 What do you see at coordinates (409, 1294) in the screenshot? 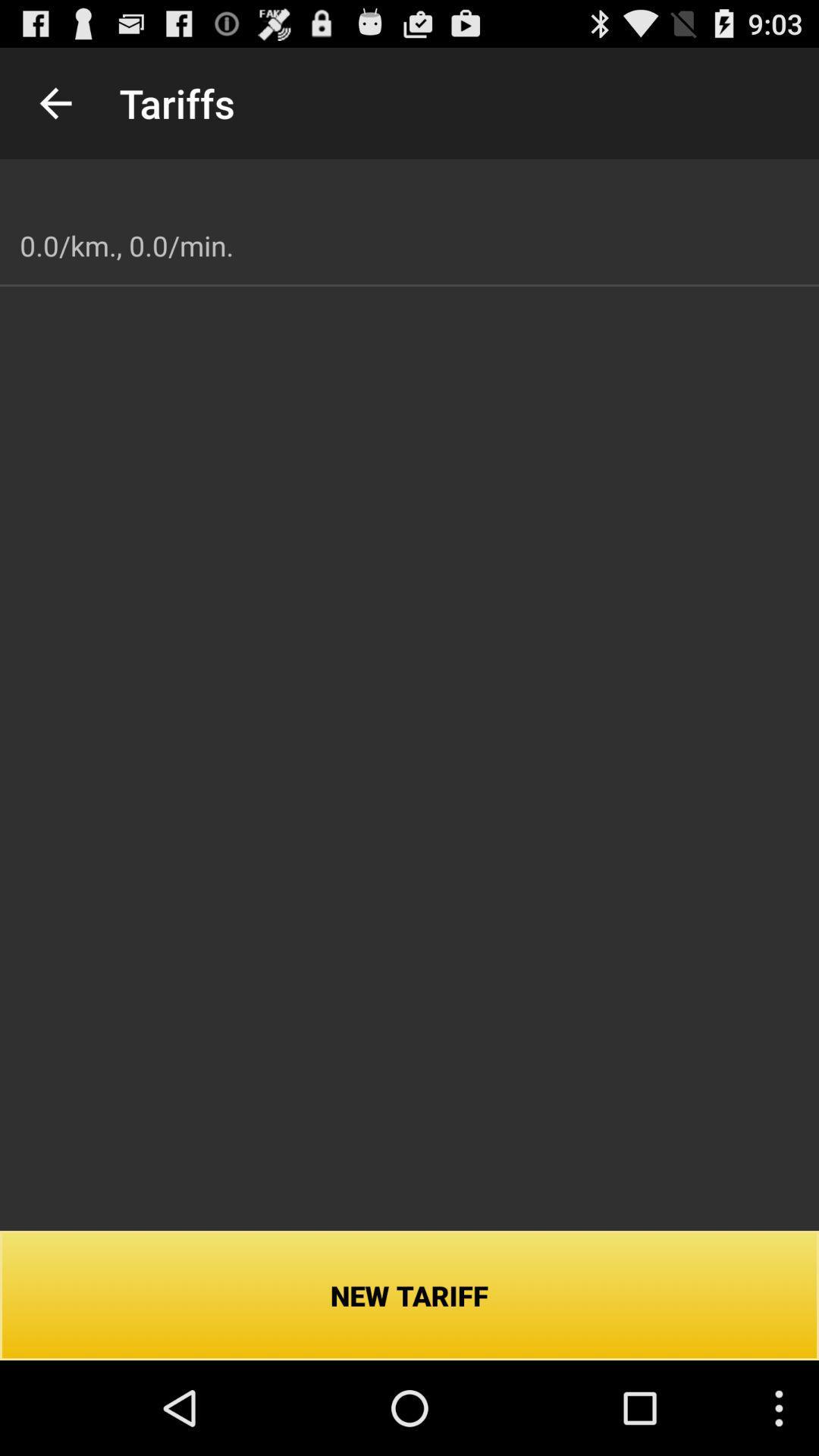
I see `icon below 0 0 km` at bounding box center [409, 1294].